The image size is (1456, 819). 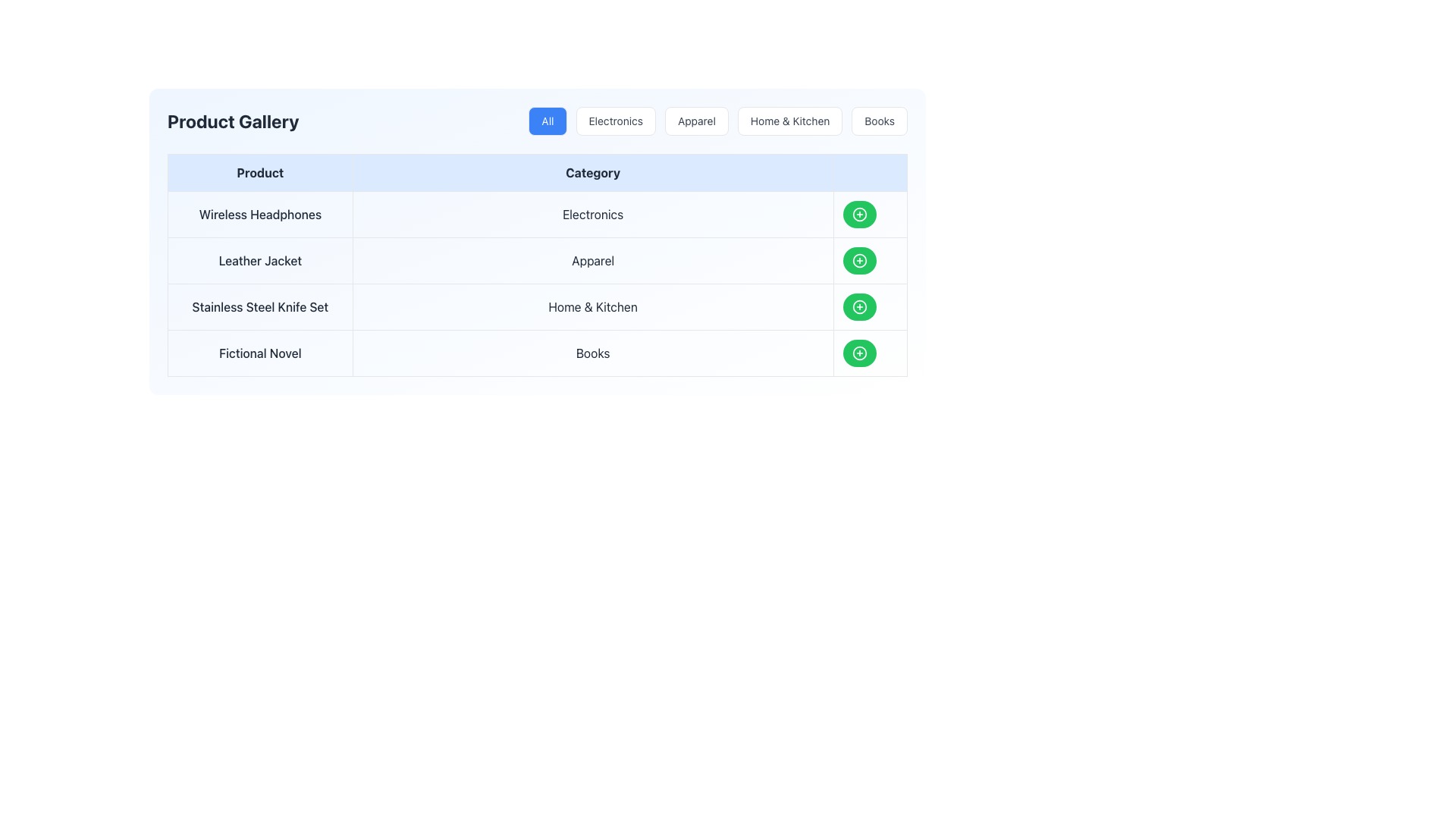 I want to click on the 'Product' text label, which is bolded and centered in a light blue background, located in the upper-left section of the tabular interface, so click(x=260, y=171).